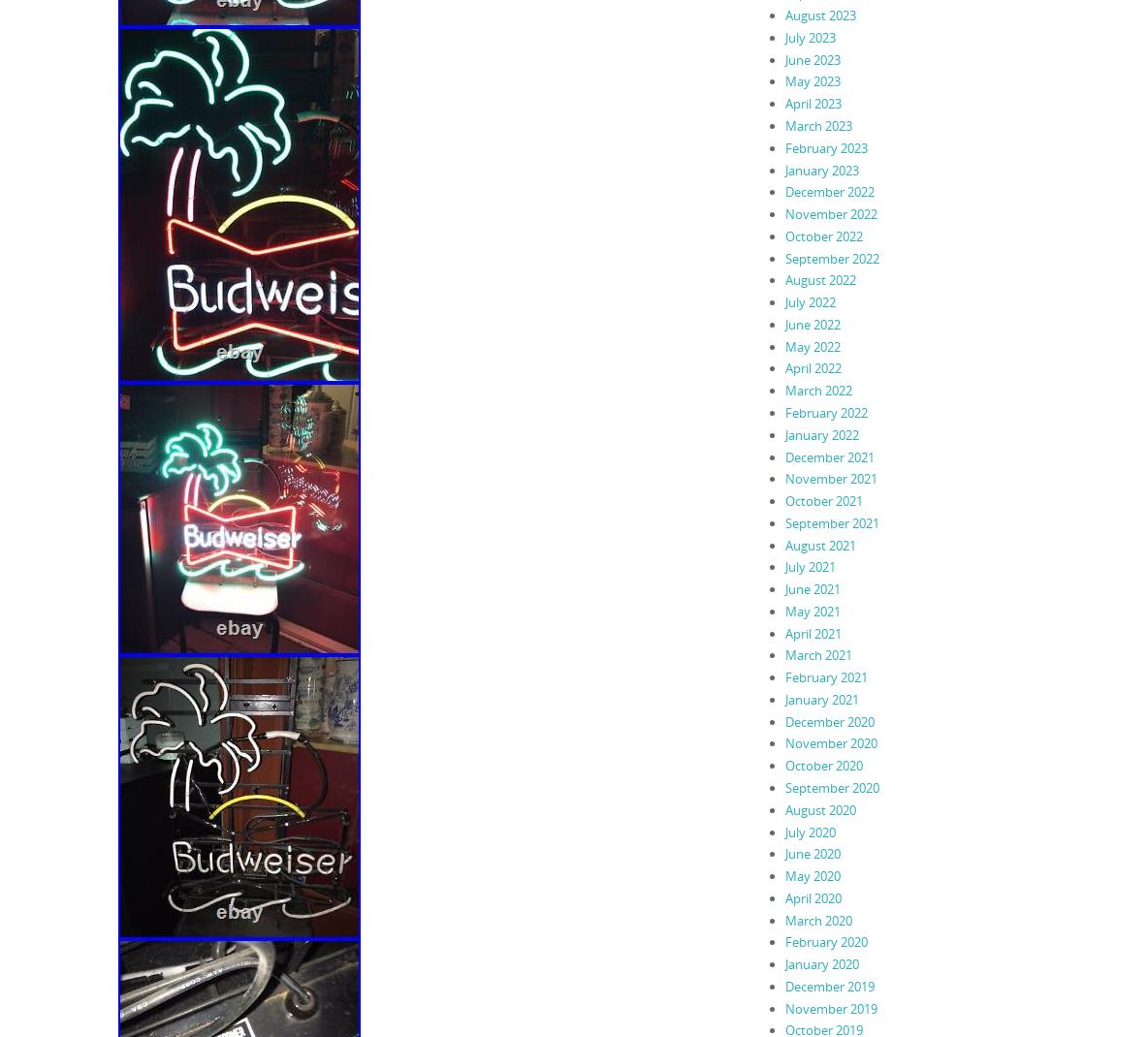  What do you see at coordinates (825, 940) in the screenshot?
I see `'February 2020'` at bounding box center [825, 940].